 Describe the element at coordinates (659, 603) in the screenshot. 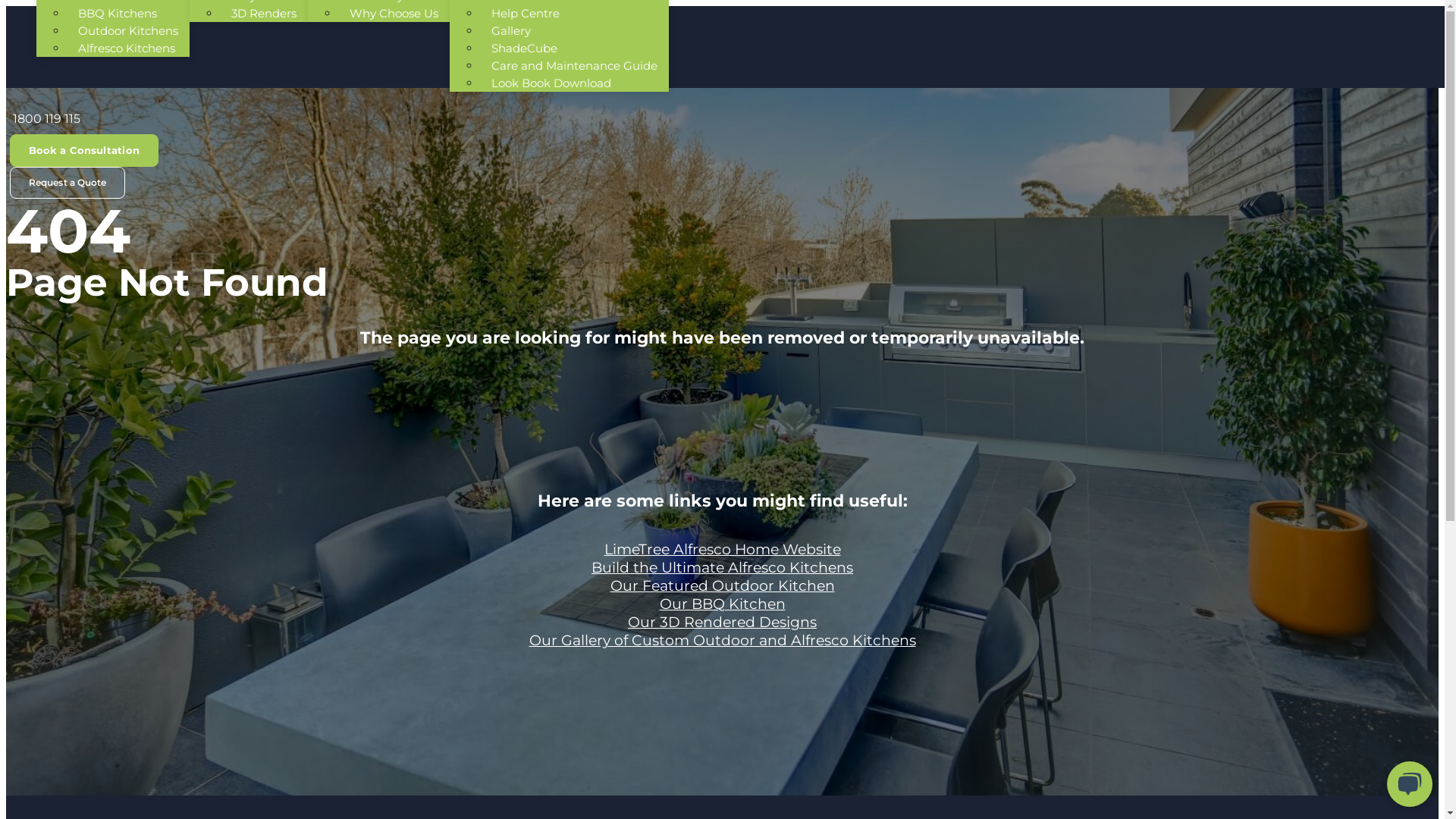

I see `'Our BBQ Kitchen'` at that location.